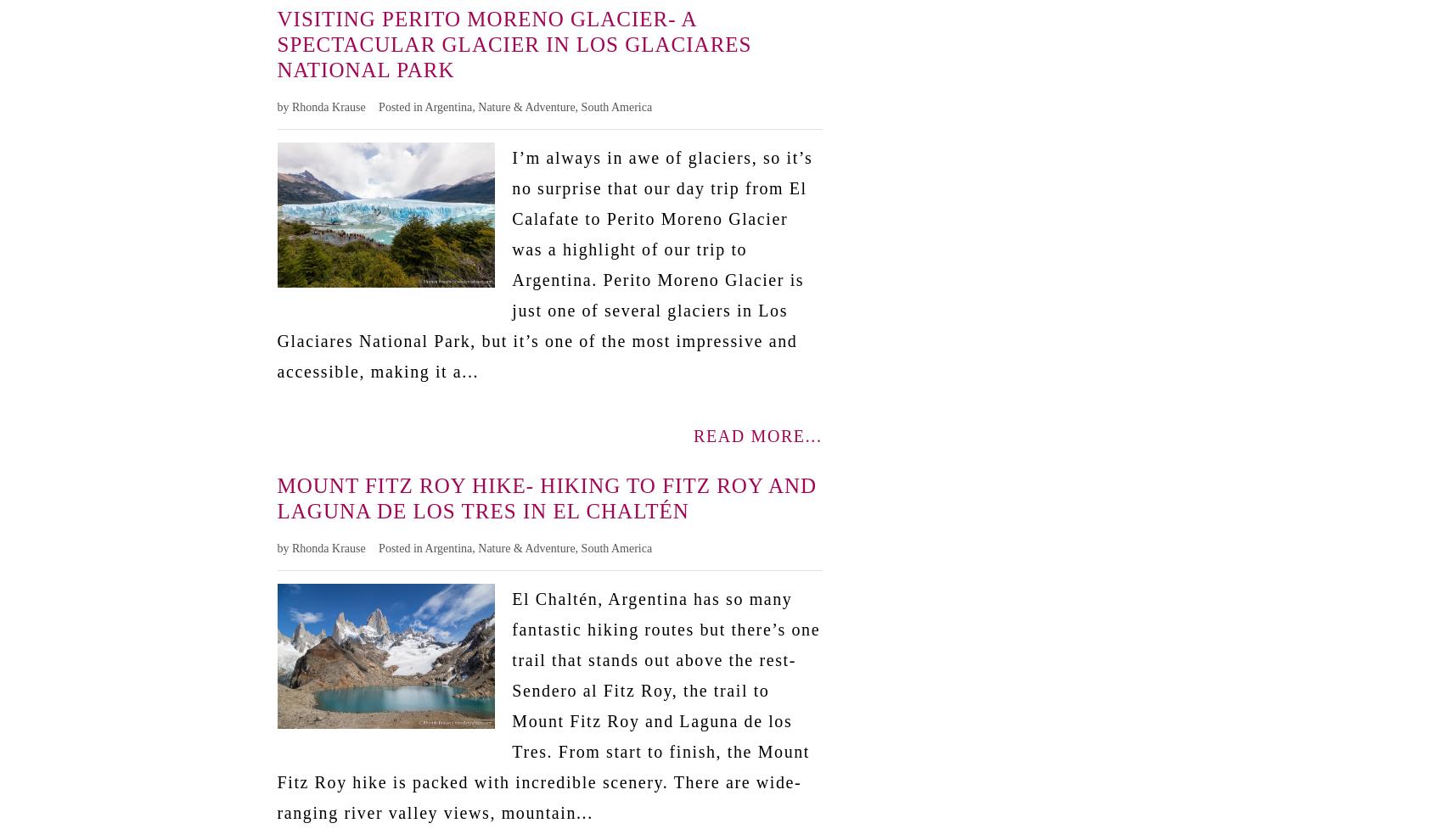  What do you see at coordinates (547, 704) in the screenshot?
I see `'El Chaltén, Argentina has so many fantastic hiking routes but there’s one trail that stands out above the rest- Sendero al Fitz Roy, the trail to Mount Fitz Roy and Laguna de los Tres. From start to finish, the Mount Fitz Roy hike is packed with incredible scenery. There are wide-ranging river valley views, mountain...'` at bounding box center [547, 704].